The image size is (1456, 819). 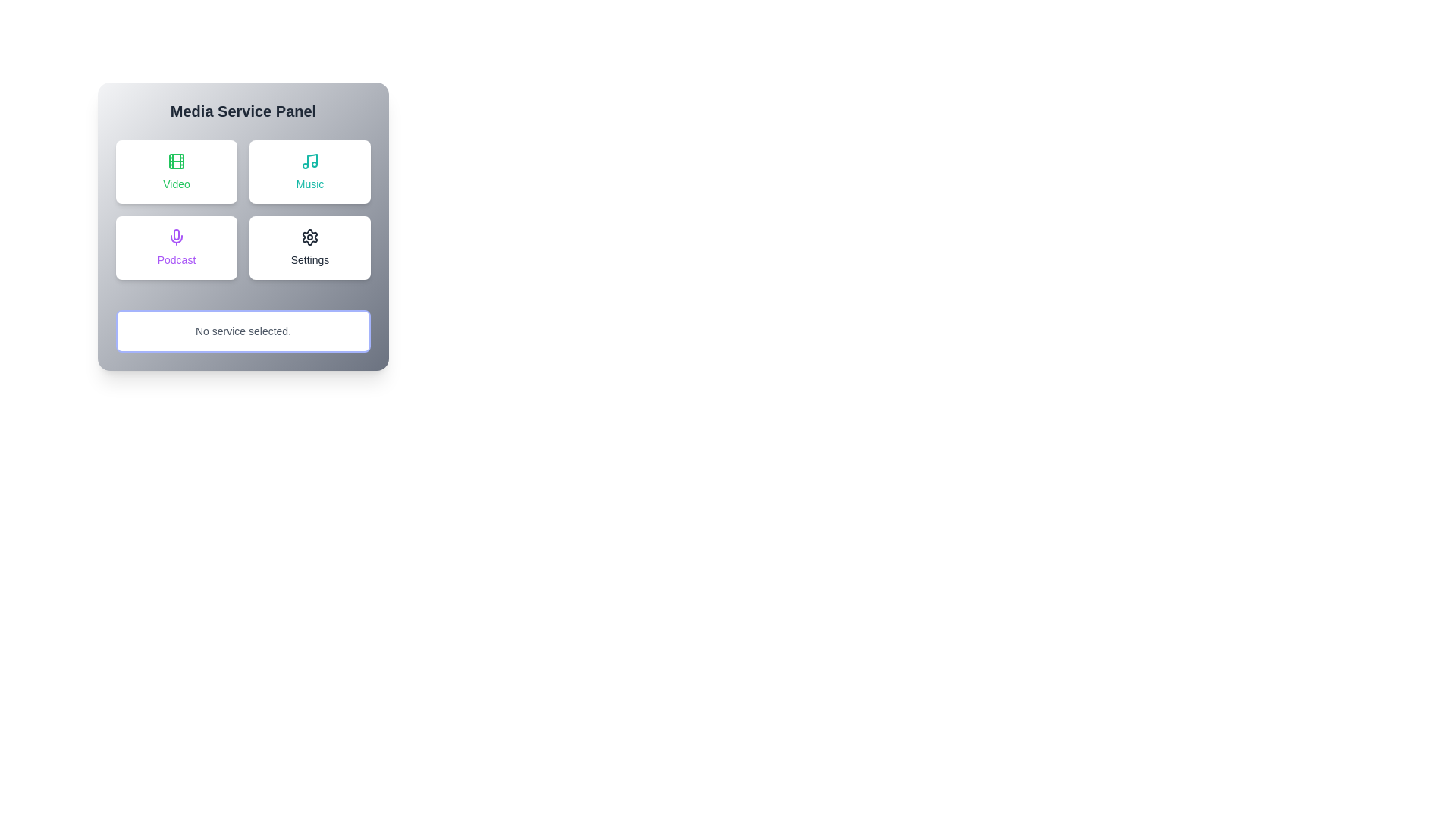 What do you see at coordinates (309, 237) in the screenshot?
I see `the 'Settings' icon located in the bottom-right section of the 'Media Service Panel'` at bounding box center [309, 237].